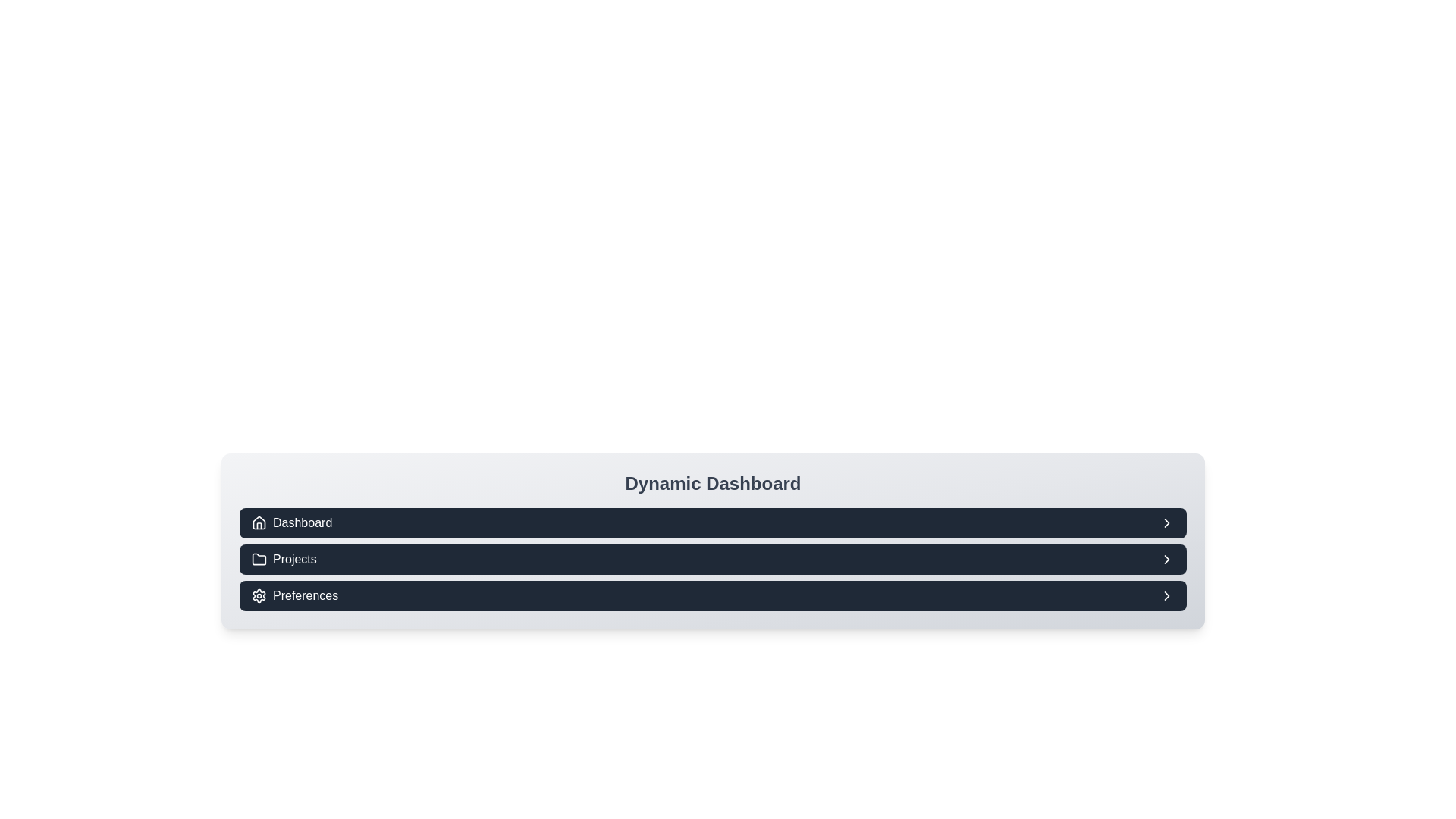 The image size is (1456, 819). I want to click on the rightward chevron SVG icon located at the far right of the 'Preferences' row, so click(1166, 595).